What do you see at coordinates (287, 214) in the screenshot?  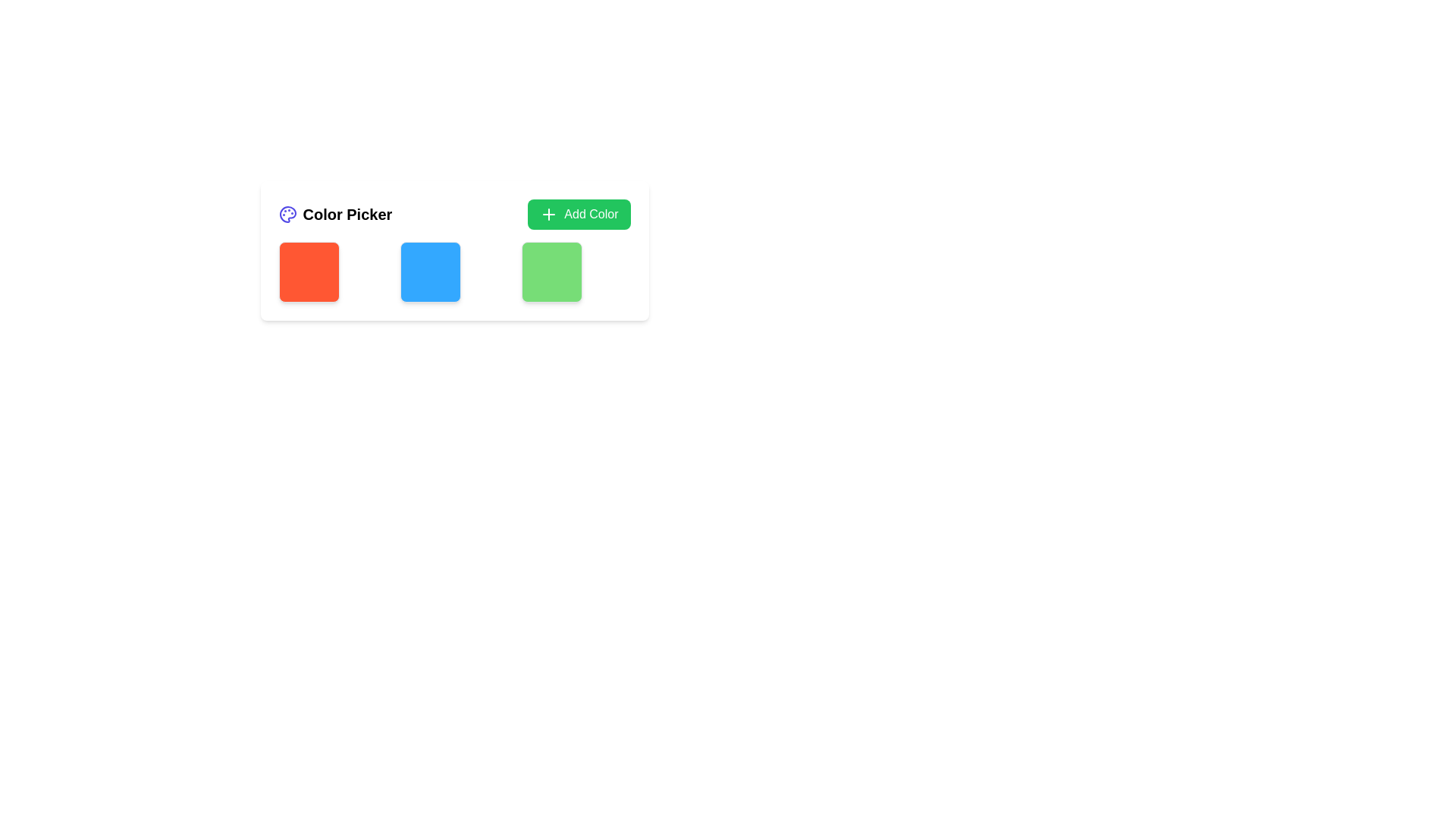 I see `the color palette icon located on the left side of the 'Color Picker' header section as a decorative item` at bounding box center [287, 214].